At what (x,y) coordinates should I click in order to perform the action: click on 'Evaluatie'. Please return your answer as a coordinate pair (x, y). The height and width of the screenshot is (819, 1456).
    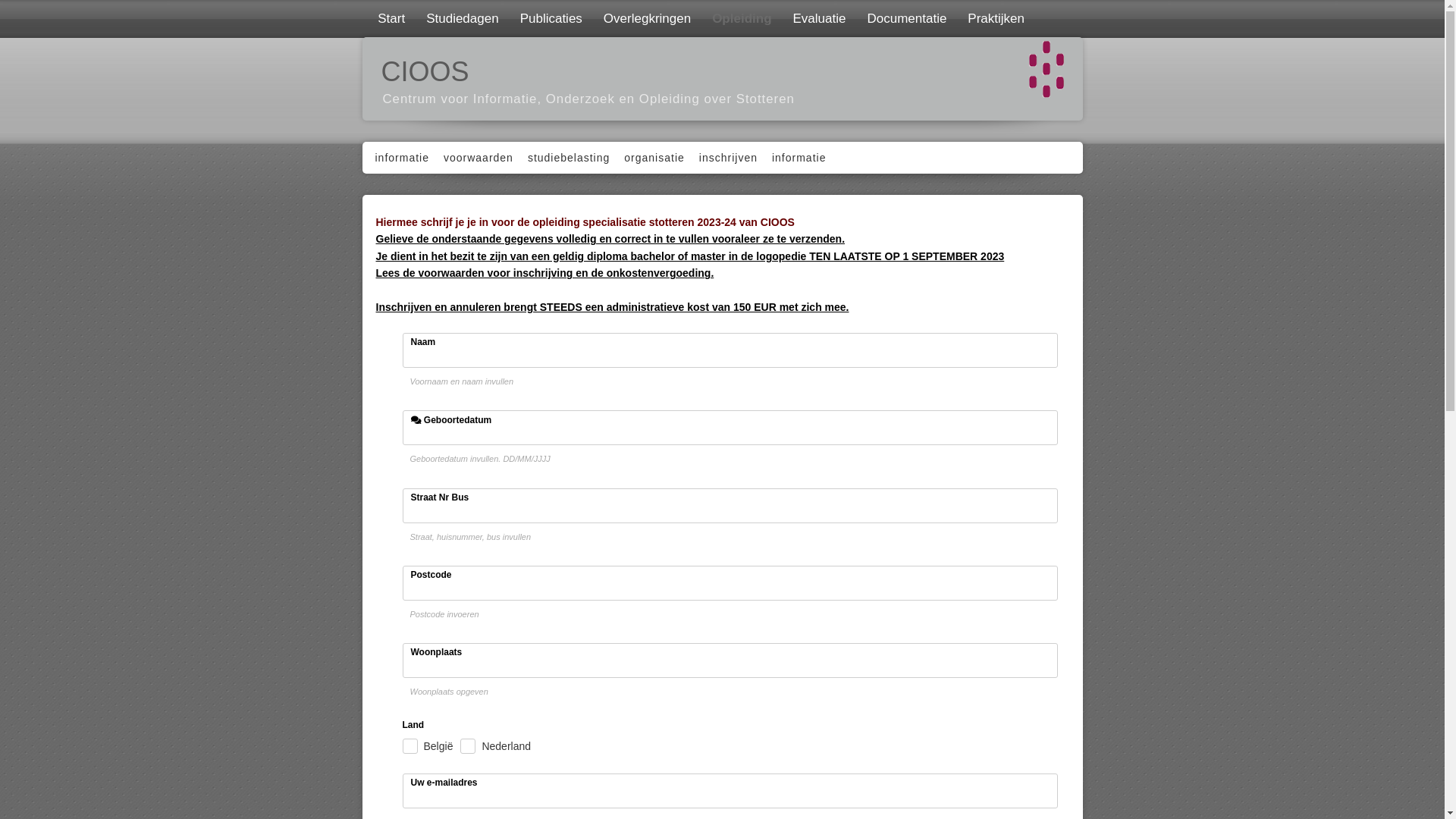
    Looking at the image, I should click on (817, 18).